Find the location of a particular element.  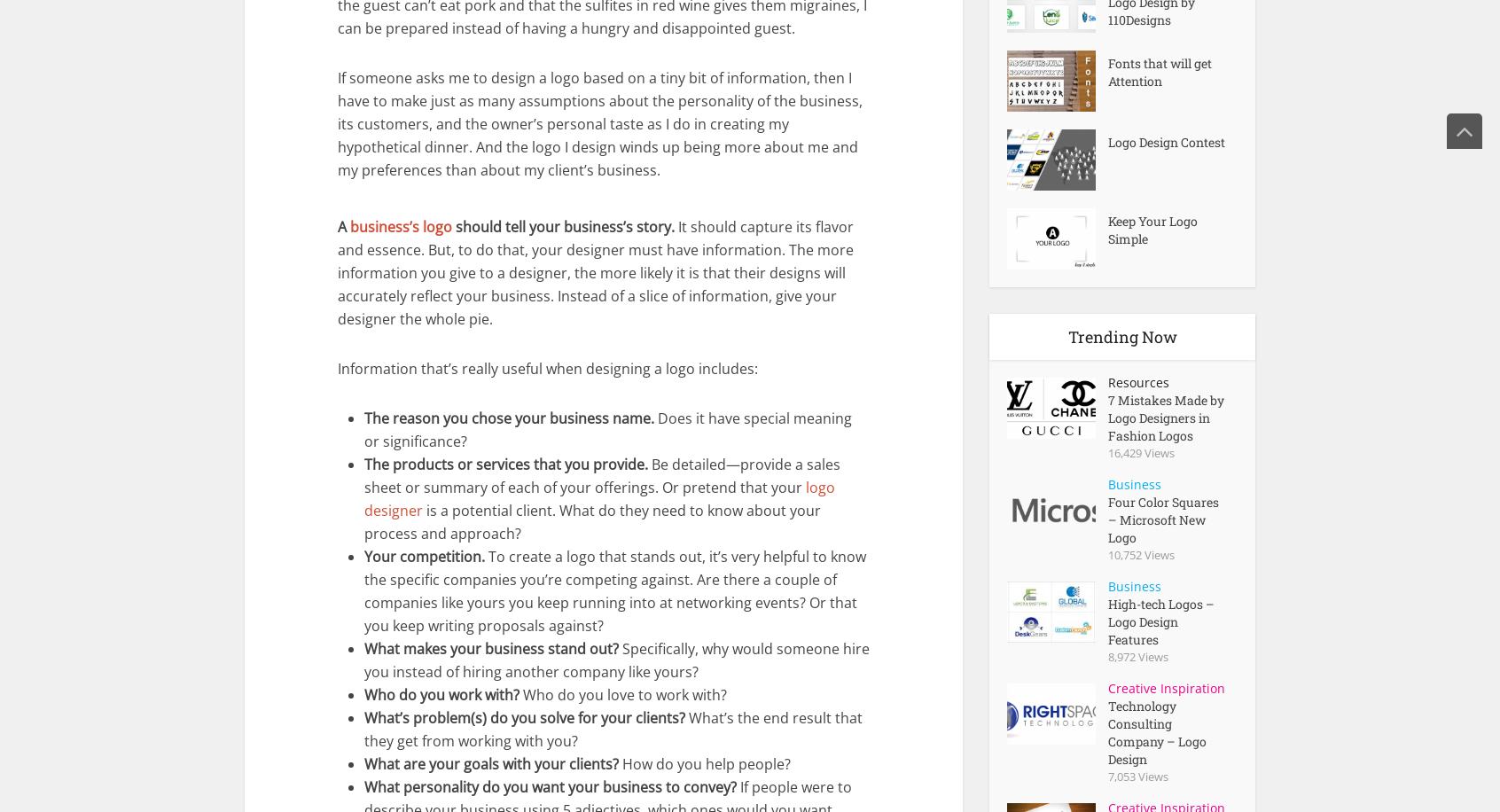

'business’s logo' is located at coordinates (400, 227).